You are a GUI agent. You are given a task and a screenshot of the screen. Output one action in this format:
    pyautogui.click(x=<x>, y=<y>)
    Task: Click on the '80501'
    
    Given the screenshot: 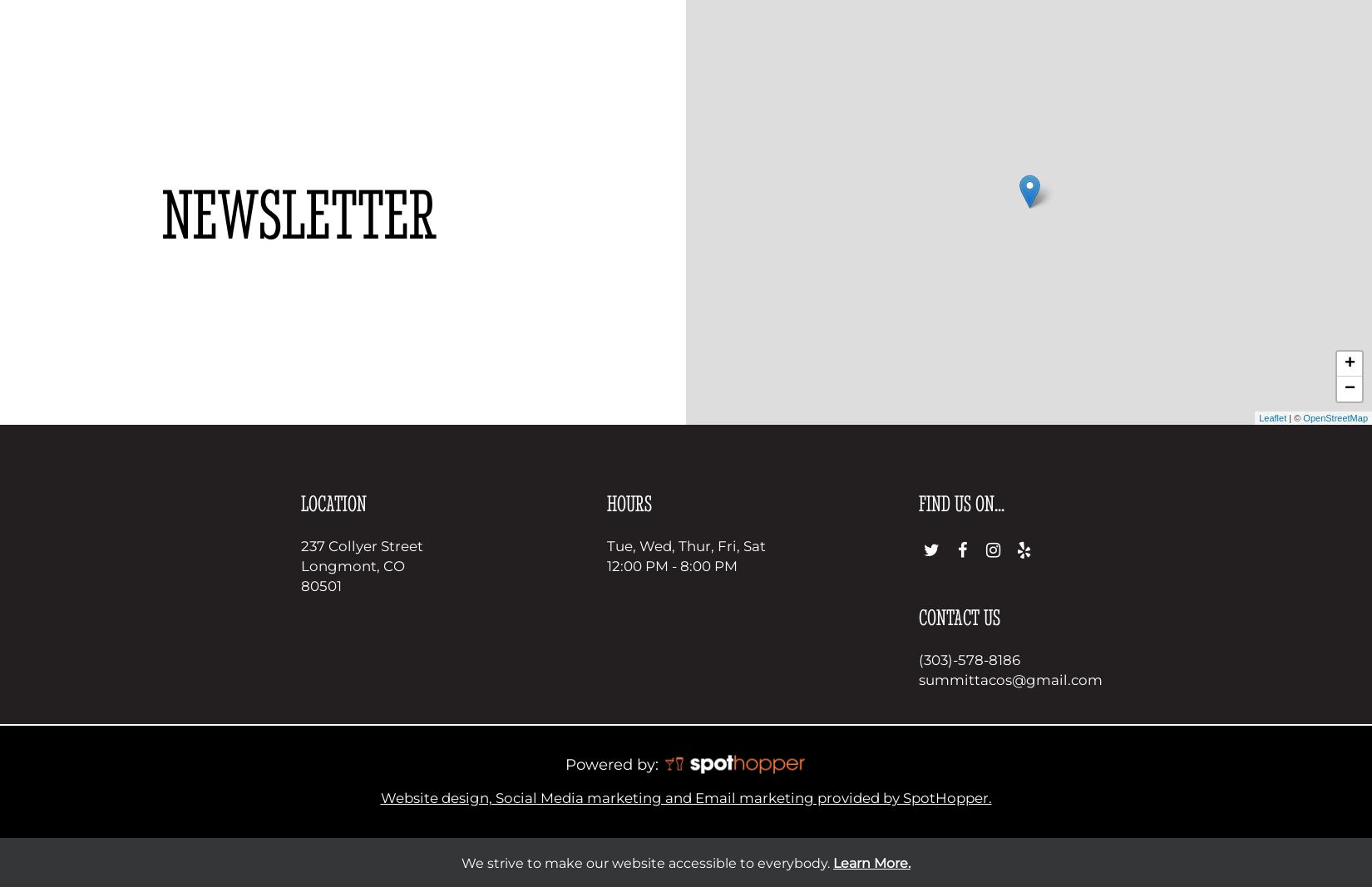 What is the action you would take?
    pyautogui.click(x=320, y=585)
    